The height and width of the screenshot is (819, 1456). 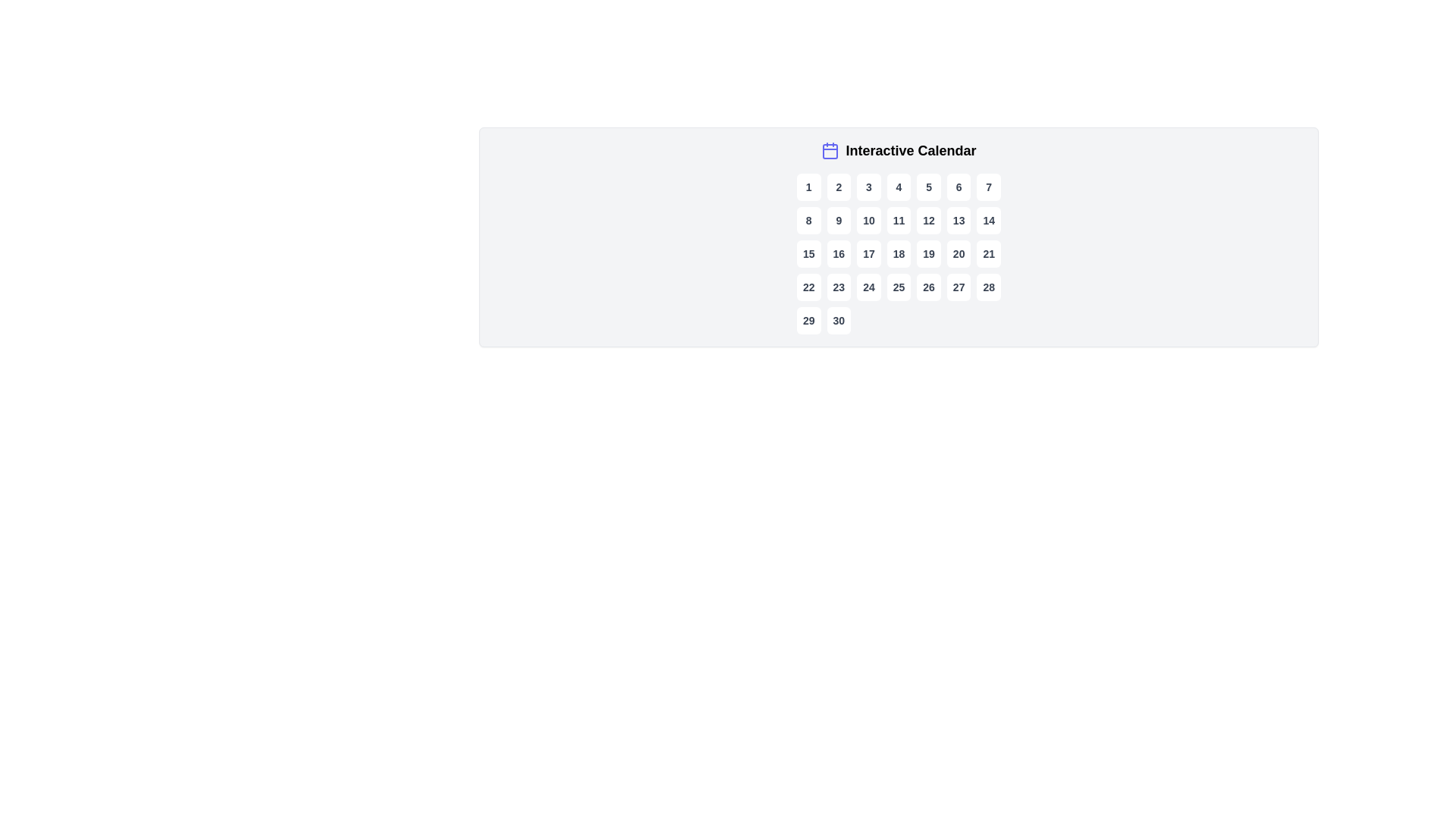 What do you see at coordinates (808, 320) in the screenshot?
I see `the button representing the selectable date of the 29th in the calendar interface` at bounding box center [808, 320].